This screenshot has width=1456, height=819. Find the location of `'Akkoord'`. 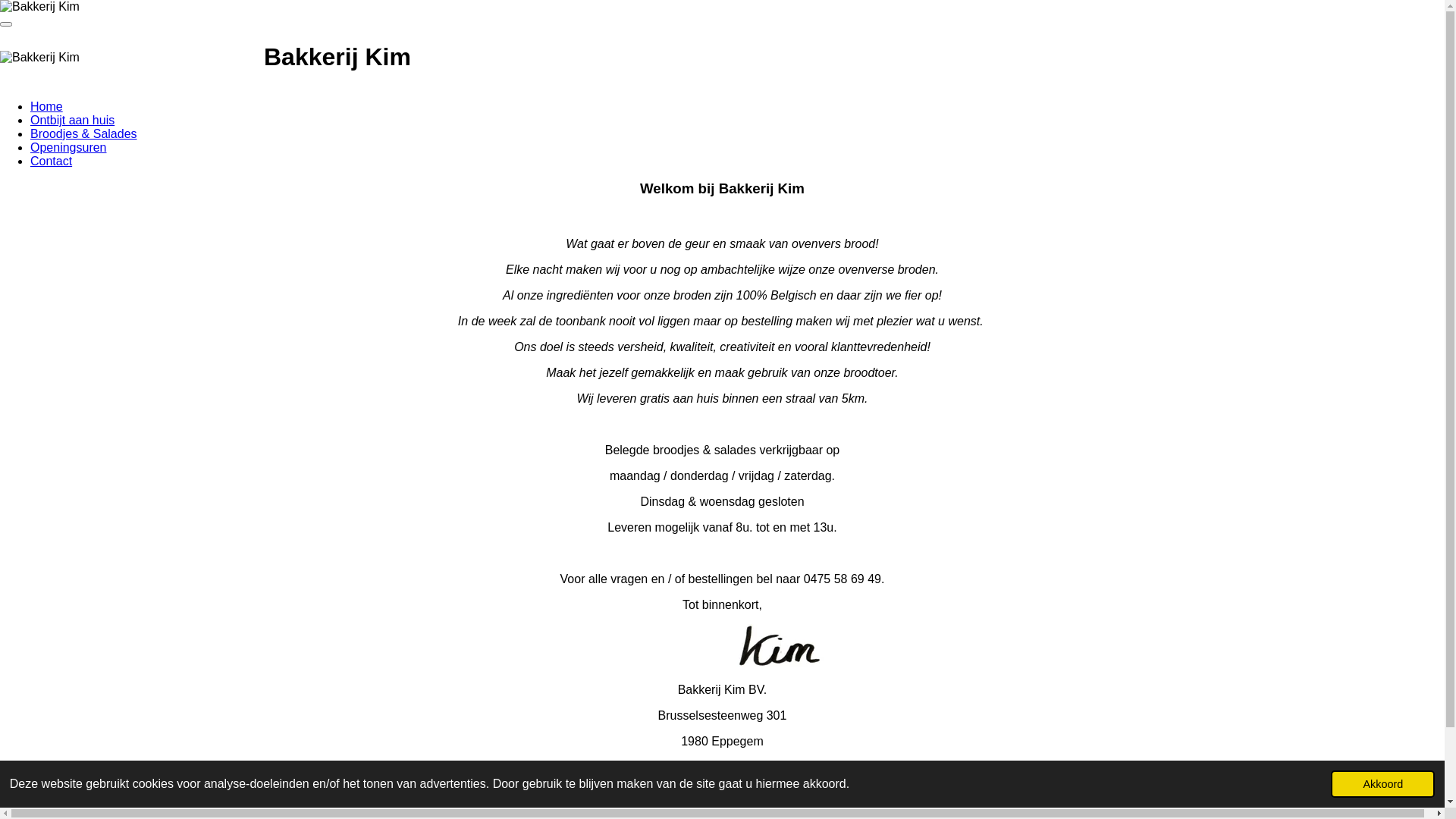

'Akkoord' is located at coordinates (1382, 783).